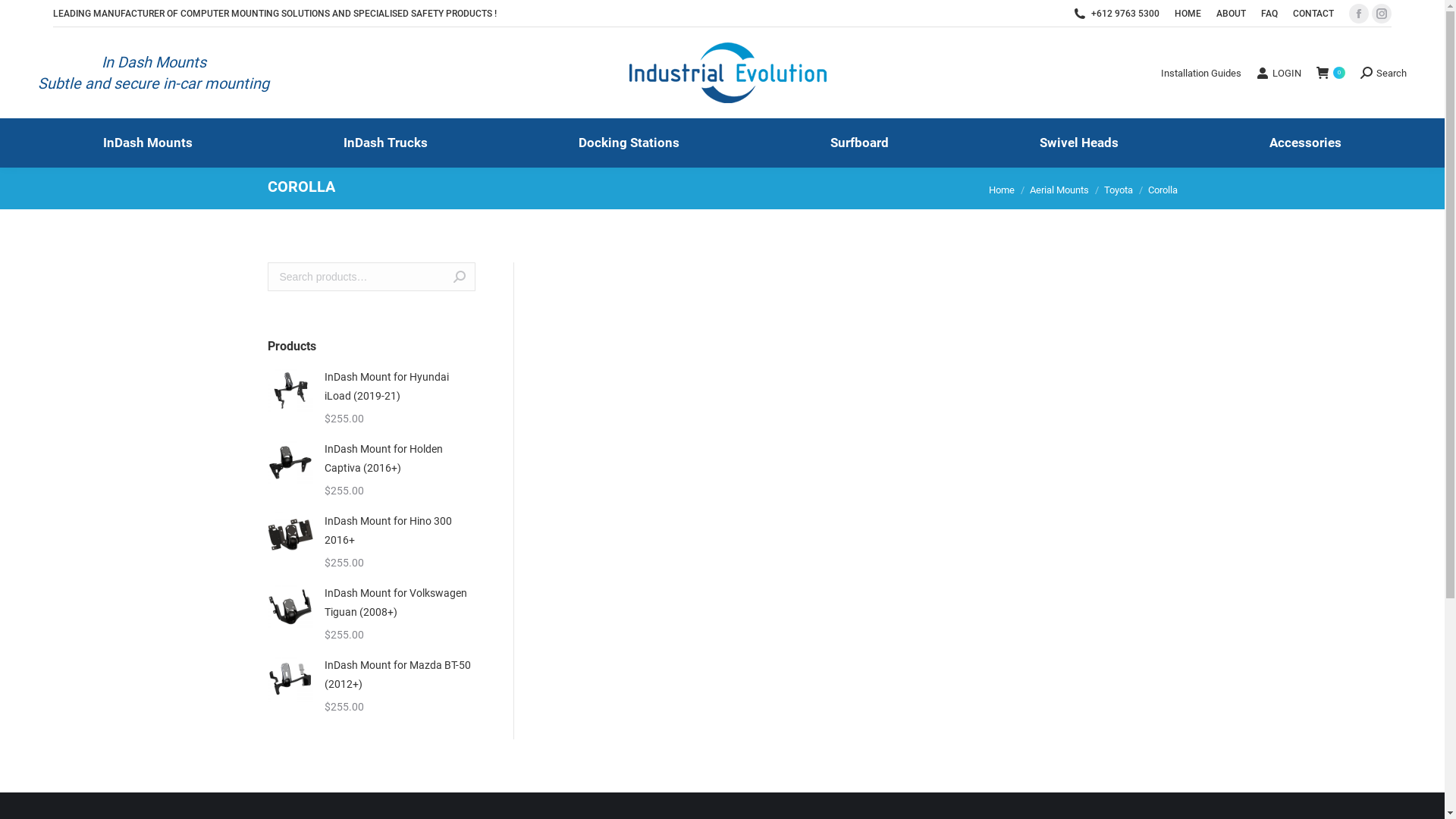 This screenshot has width=1456, height=819. I want to click on 'LOGIN', so click(1278, 73).